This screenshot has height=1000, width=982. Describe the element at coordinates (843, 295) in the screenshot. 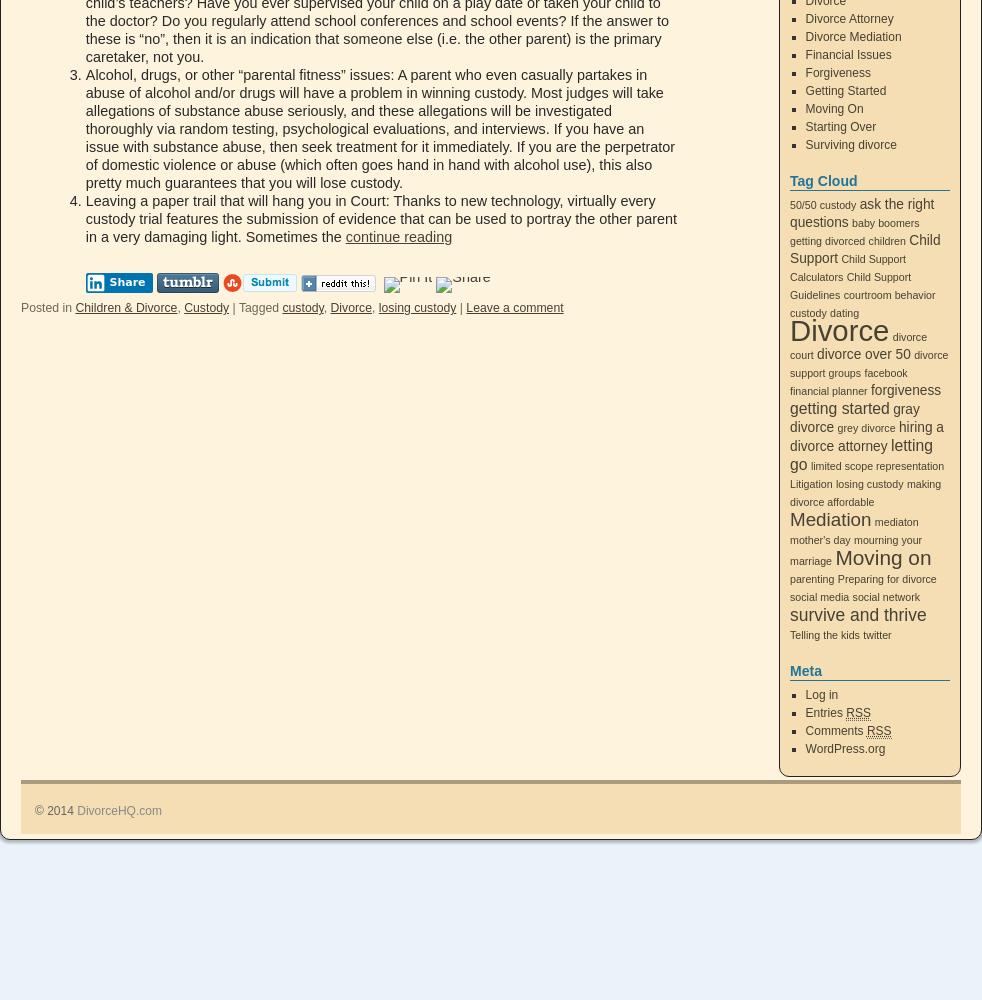

I see `'courtroom behavior'` at that location.